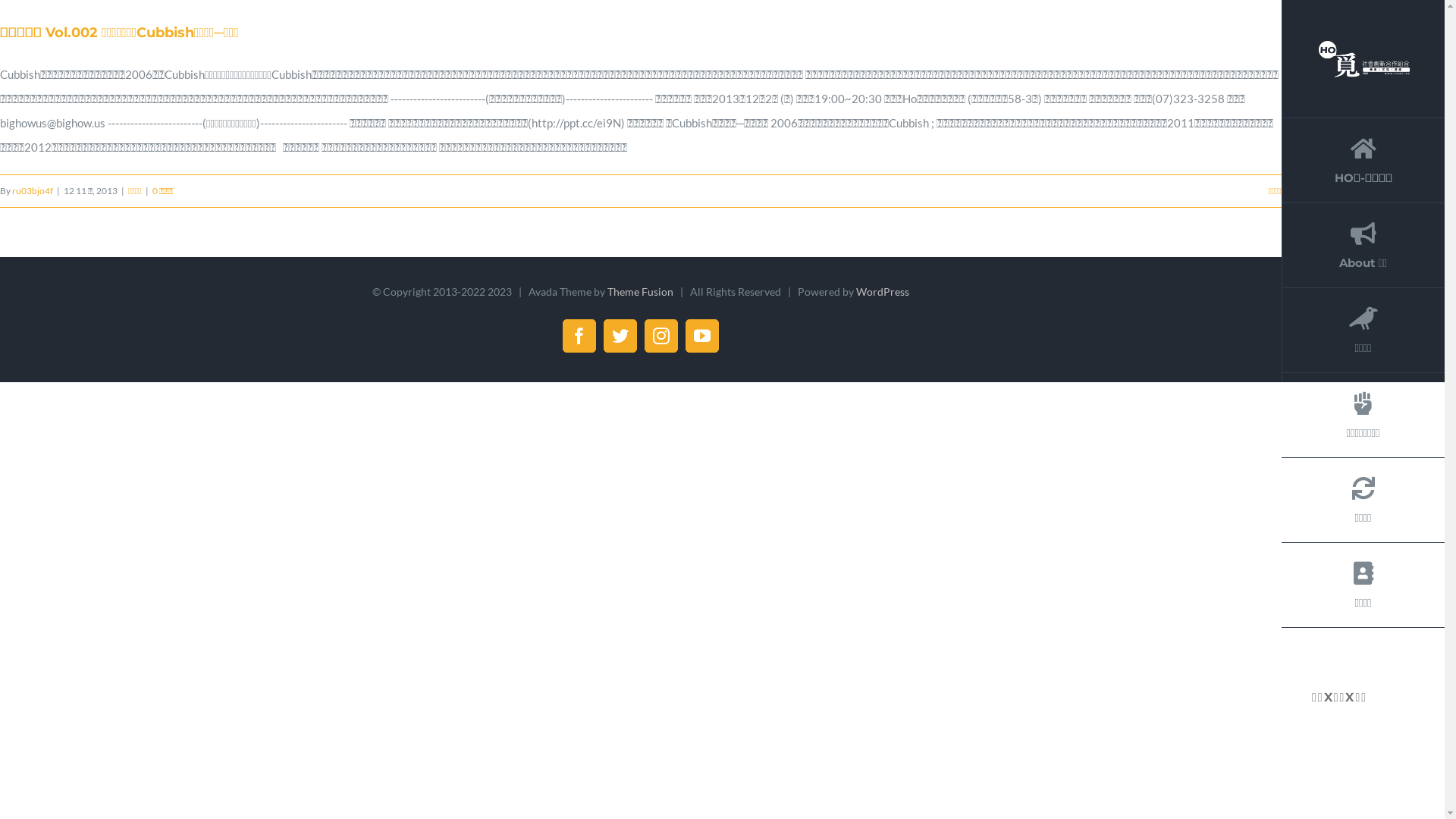 Image resolution: width=1456 pixels, height=819 pixels. Describe the element at coordinates (33, 190) in the screenshot. I see `'ru03bjo4f'` at that location.